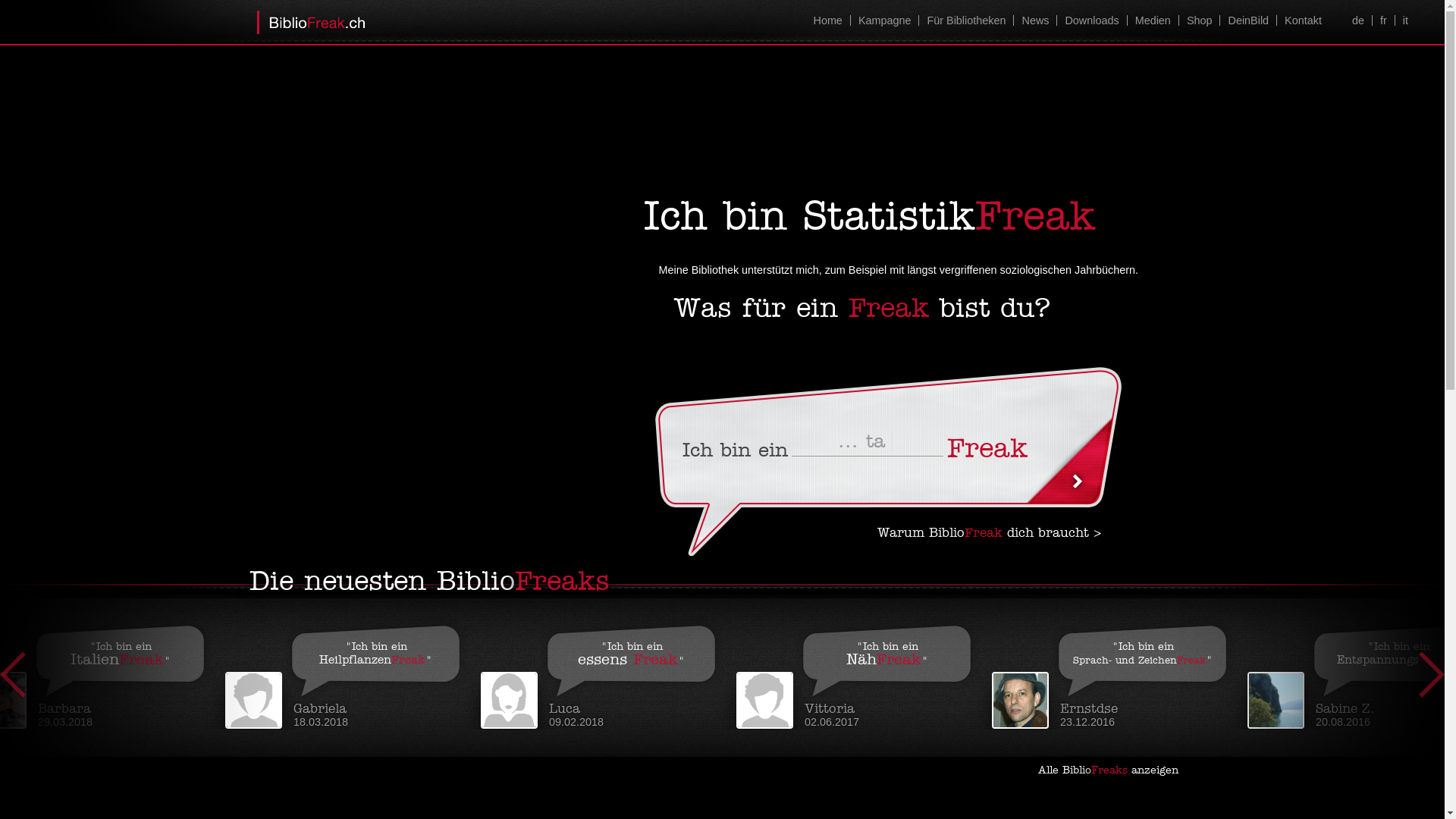  I want to click on 'Alle BiblioFreaks anzeigen', so click(1113, 770).